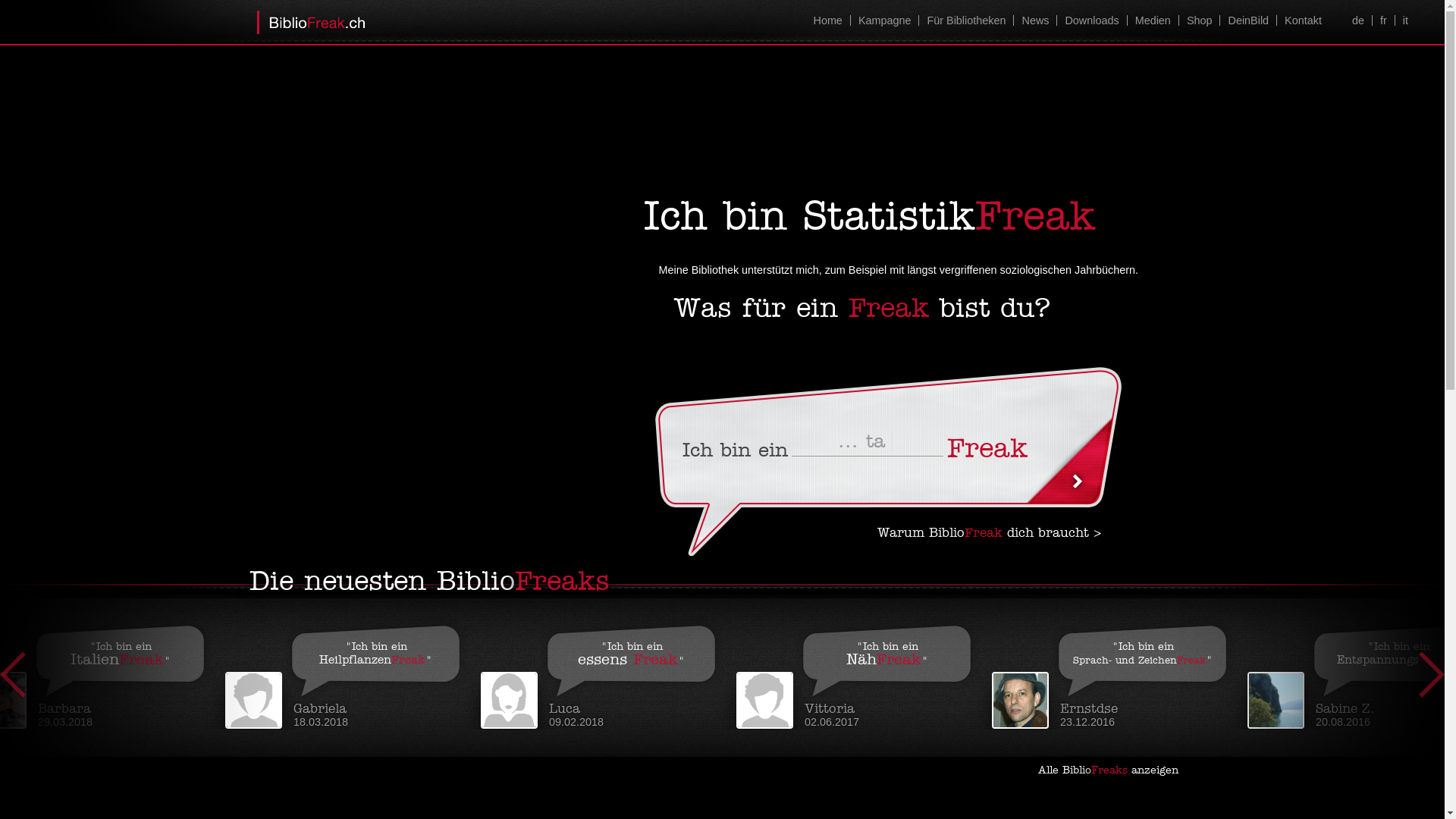  I want to click on 'Alle BiblioFreaks anzeigen', so click(1113, 770).